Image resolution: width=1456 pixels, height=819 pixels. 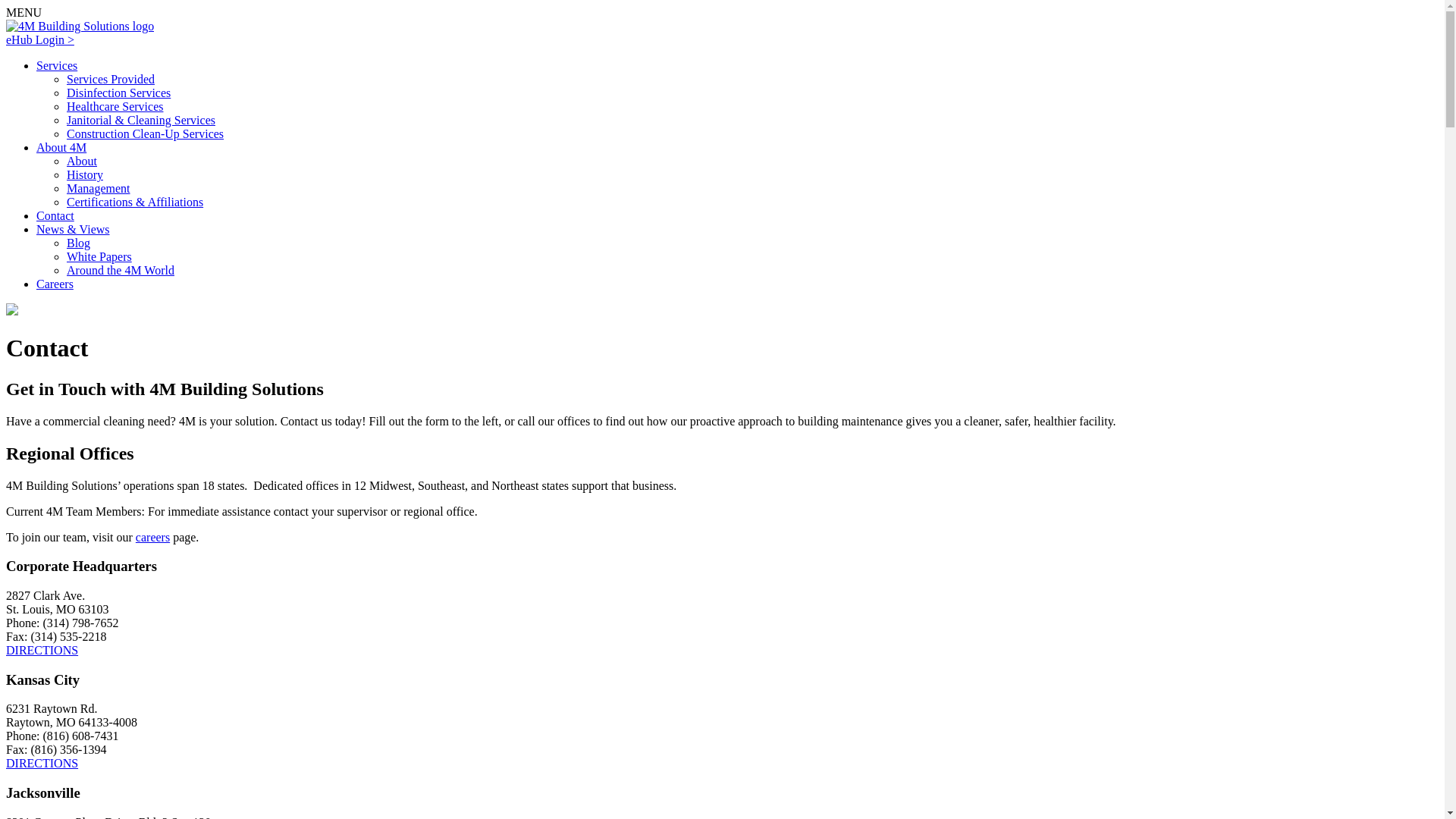 What do you see at coordinates (77, 242) in the screenshot?
I see `'Blog'` at bounding box center [77, 242].